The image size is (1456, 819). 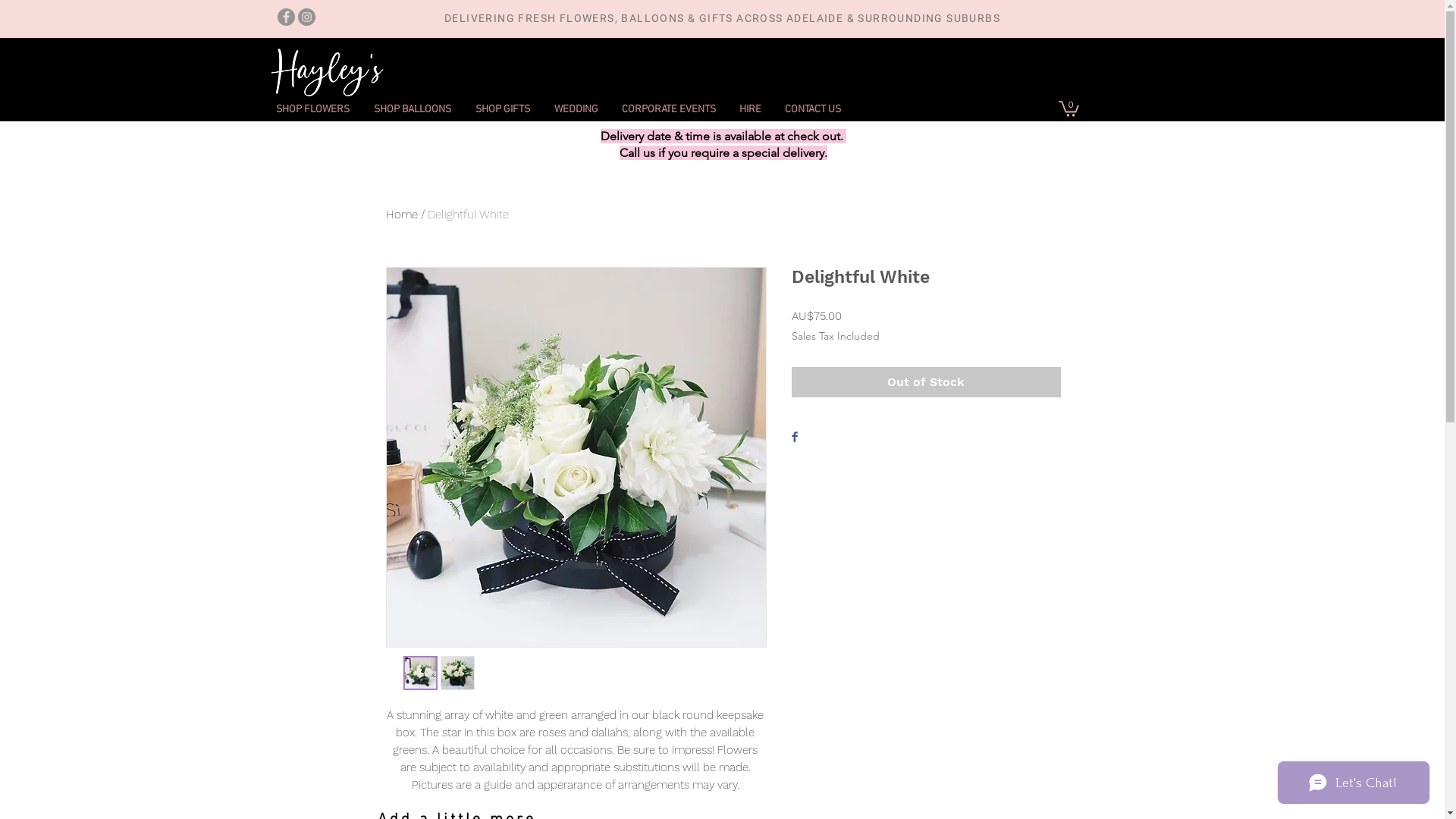 I want to click on 'CONTACT US', so click(x=771, y=108).